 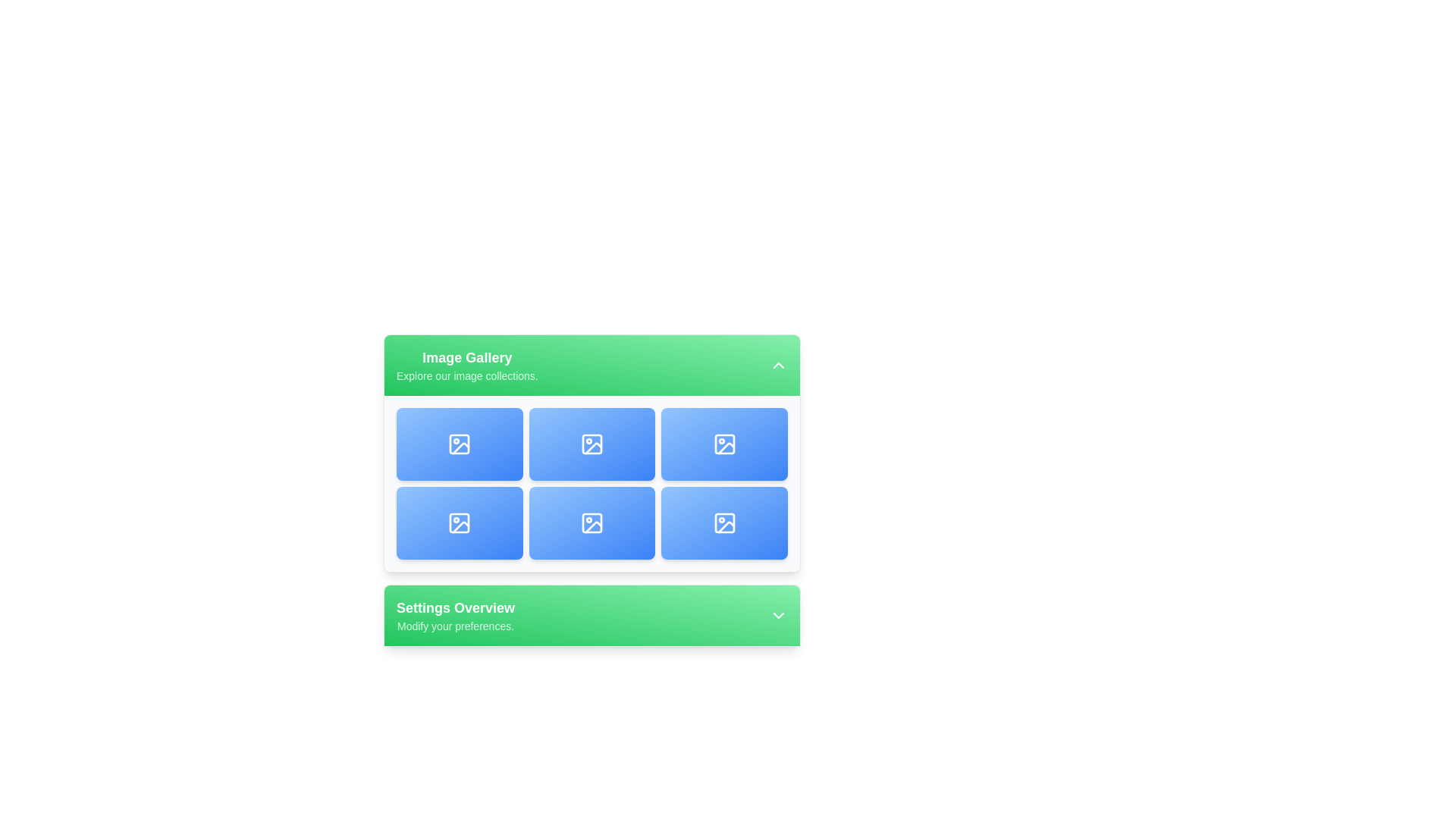 What do you see at coordinates (779, 366) in the screenshot?
I see `the state of the toggle button icon located at the top right corner of the 'Image Gallery' section header` at bounding box center [779, 366].